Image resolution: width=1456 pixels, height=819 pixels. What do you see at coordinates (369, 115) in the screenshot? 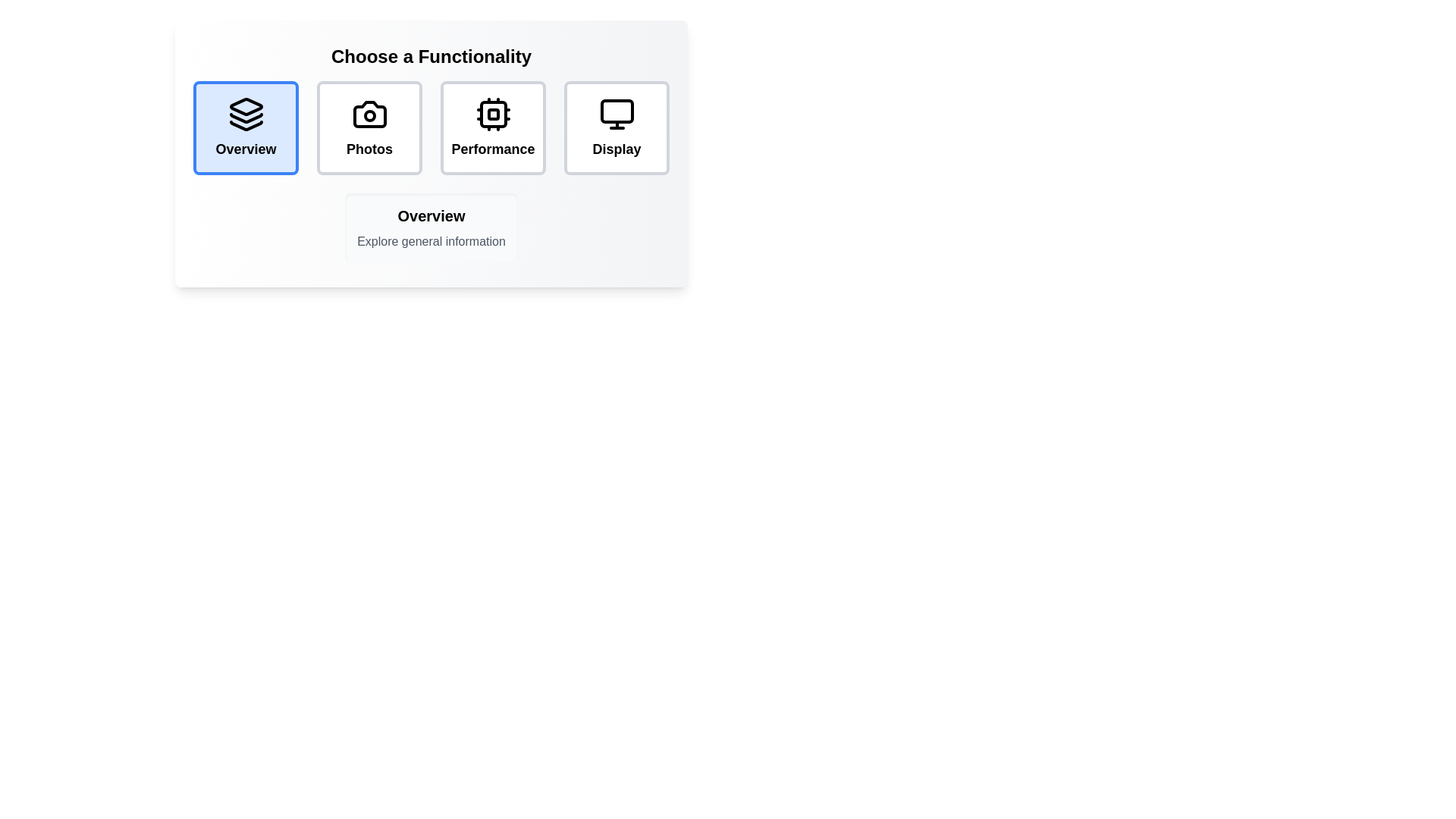
I see `the circular element with a black border and transparent fill, located inside the 'Photos' icon, which is the second option from the left in the top row of functionalities` at bounding box center [369, 115].